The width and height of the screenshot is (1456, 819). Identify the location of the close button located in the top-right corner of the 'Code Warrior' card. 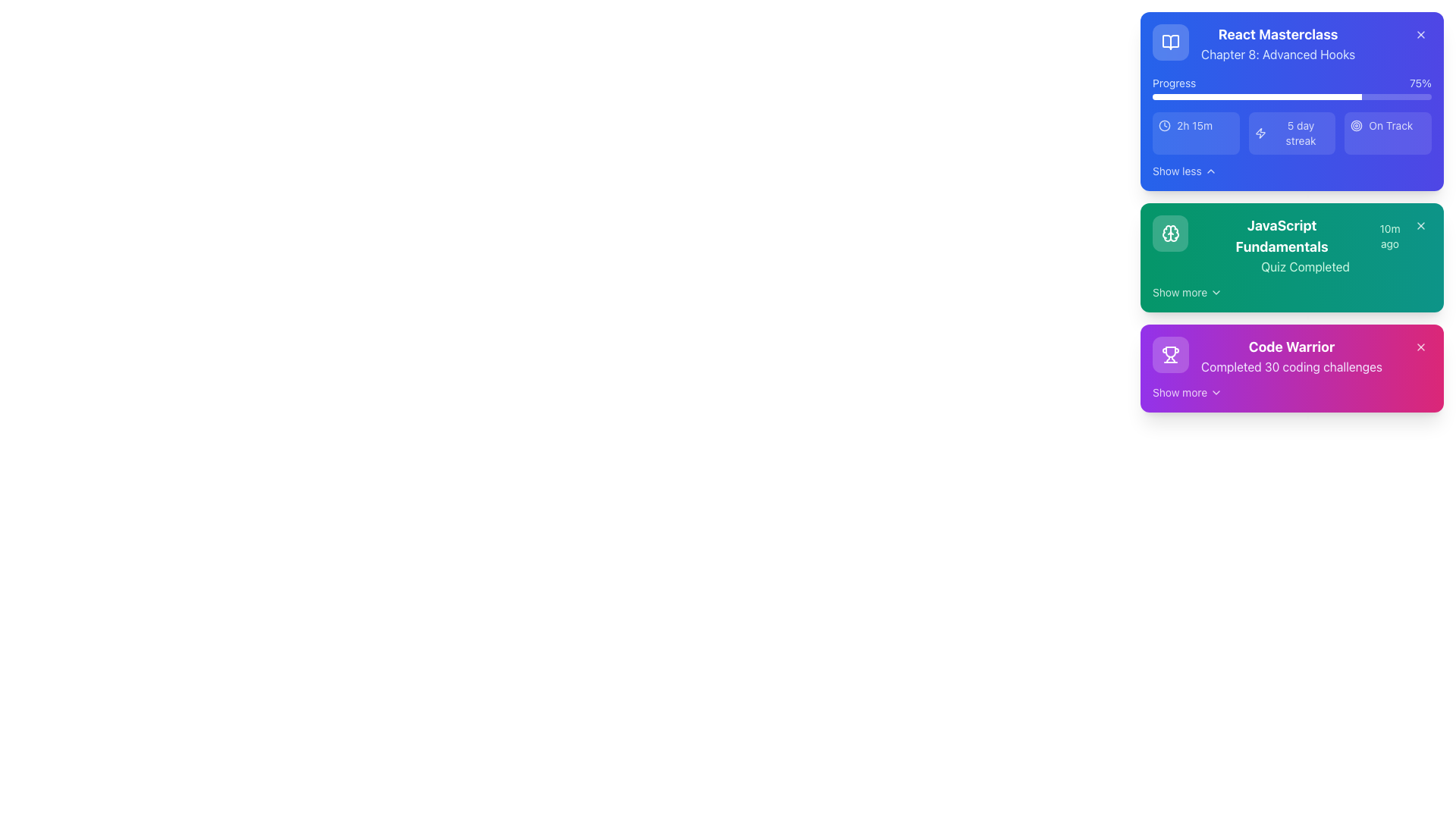
(1420, 347).